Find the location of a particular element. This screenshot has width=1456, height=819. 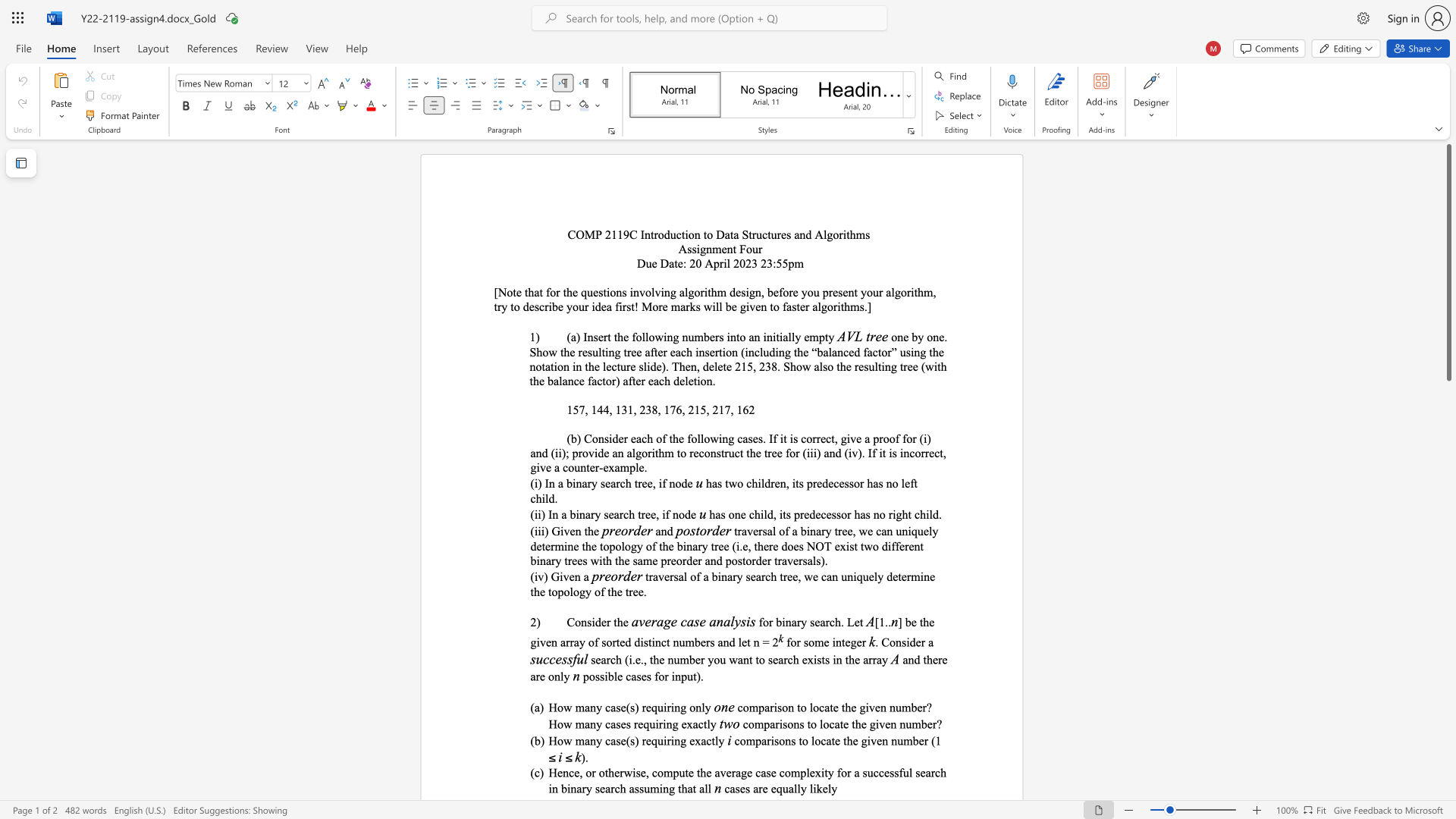

the scrollbar to scroll the page down is located at coordinates (1448, 576).